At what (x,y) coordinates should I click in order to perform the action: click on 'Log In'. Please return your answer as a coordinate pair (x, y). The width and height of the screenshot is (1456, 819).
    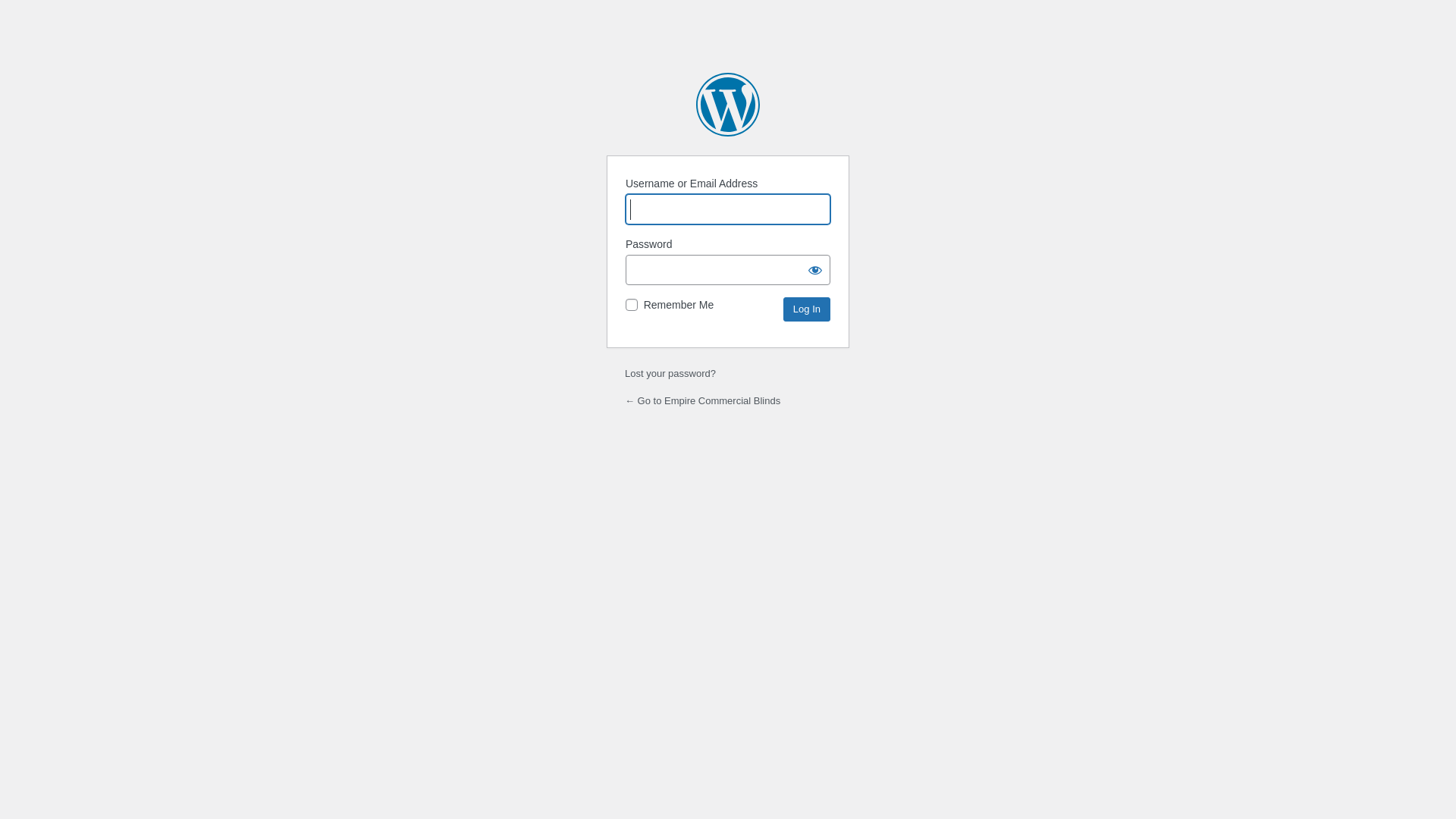
    Looking at the image, I should click on (806, 309).